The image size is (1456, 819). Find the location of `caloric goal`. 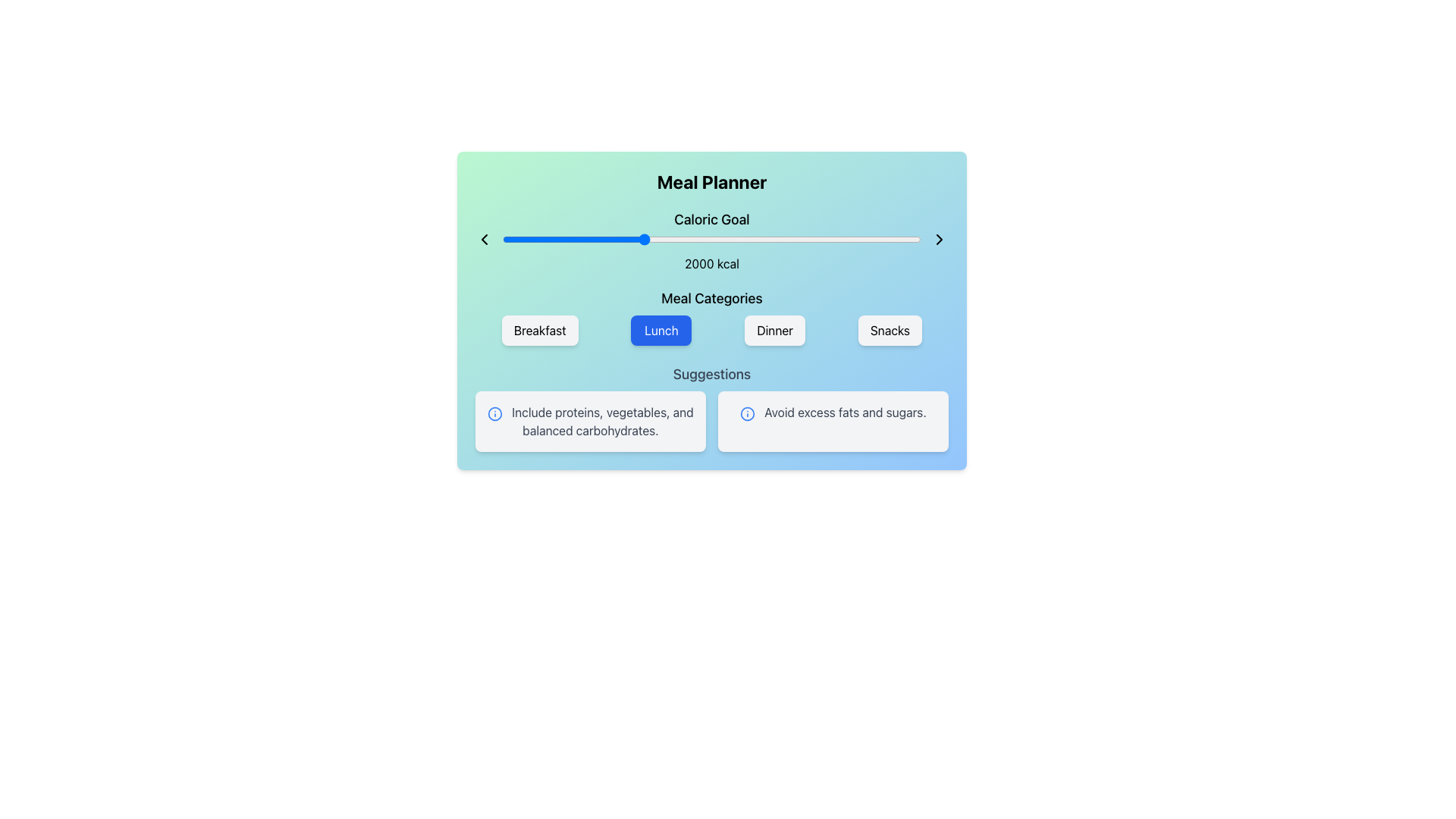

caloric goal is located at coordinates (721, 239).